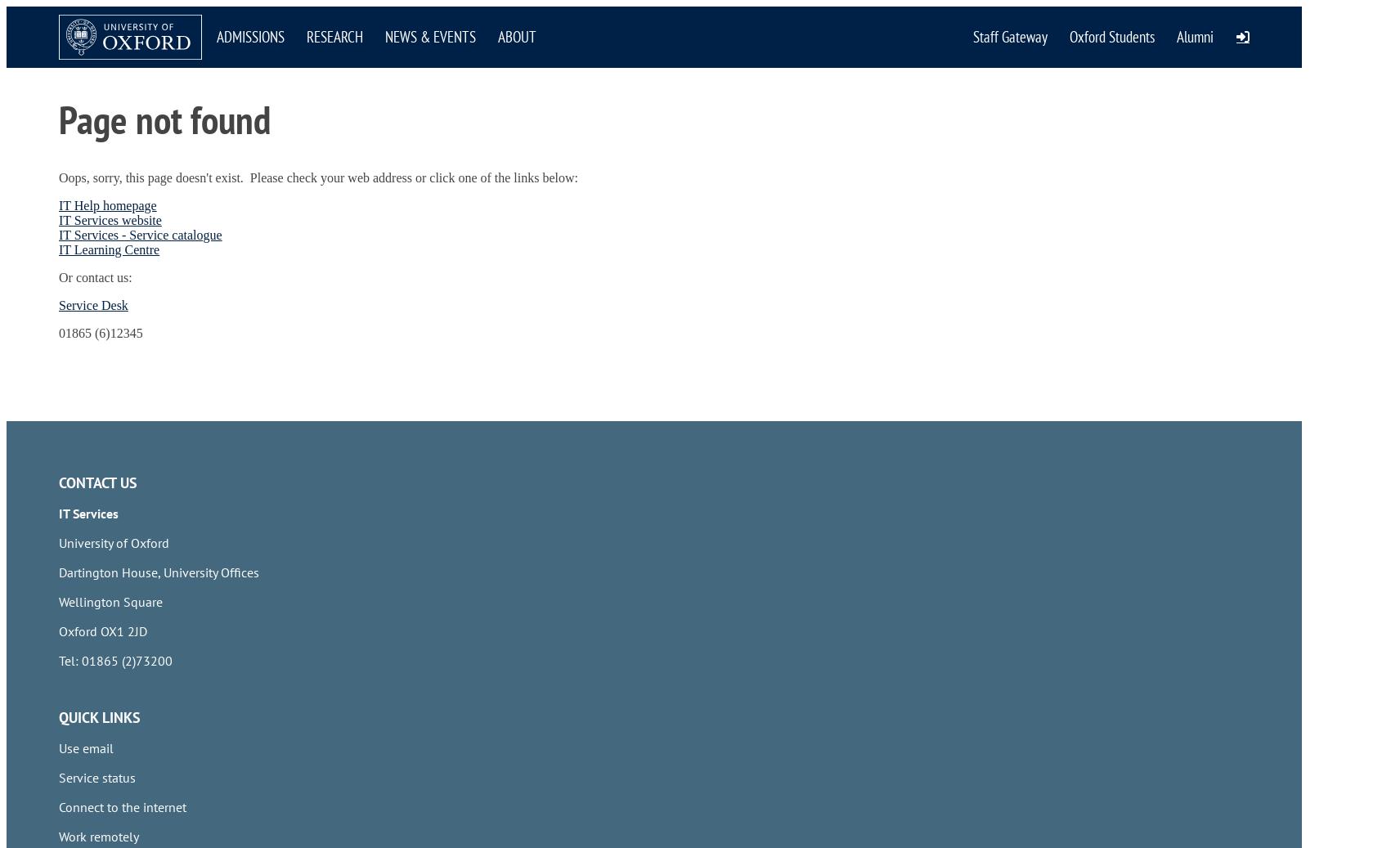 This screenshot has width=1400, height=848. I want to click on 'Searchable map', so click(103, 397).